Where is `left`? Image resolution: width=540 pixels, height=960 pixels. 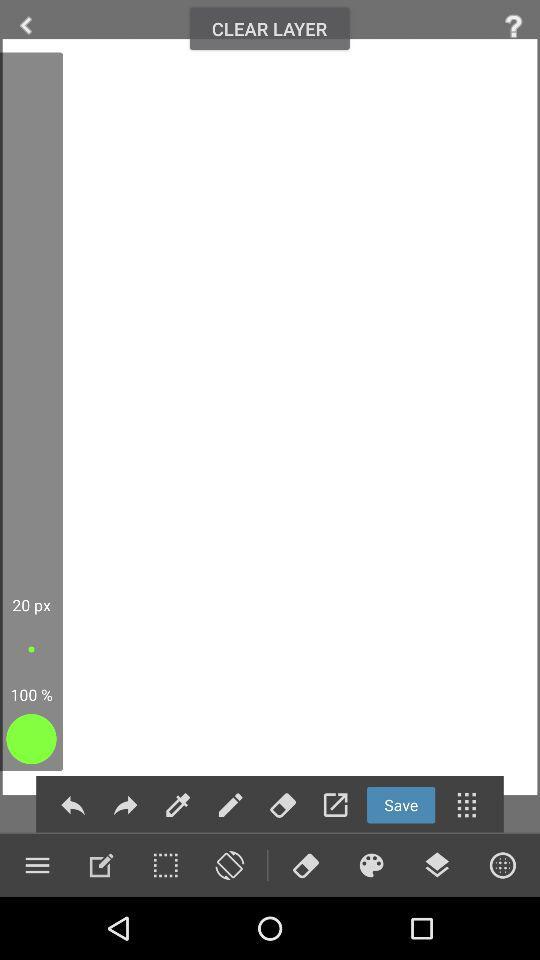 left is located at coordinates (25, 25).